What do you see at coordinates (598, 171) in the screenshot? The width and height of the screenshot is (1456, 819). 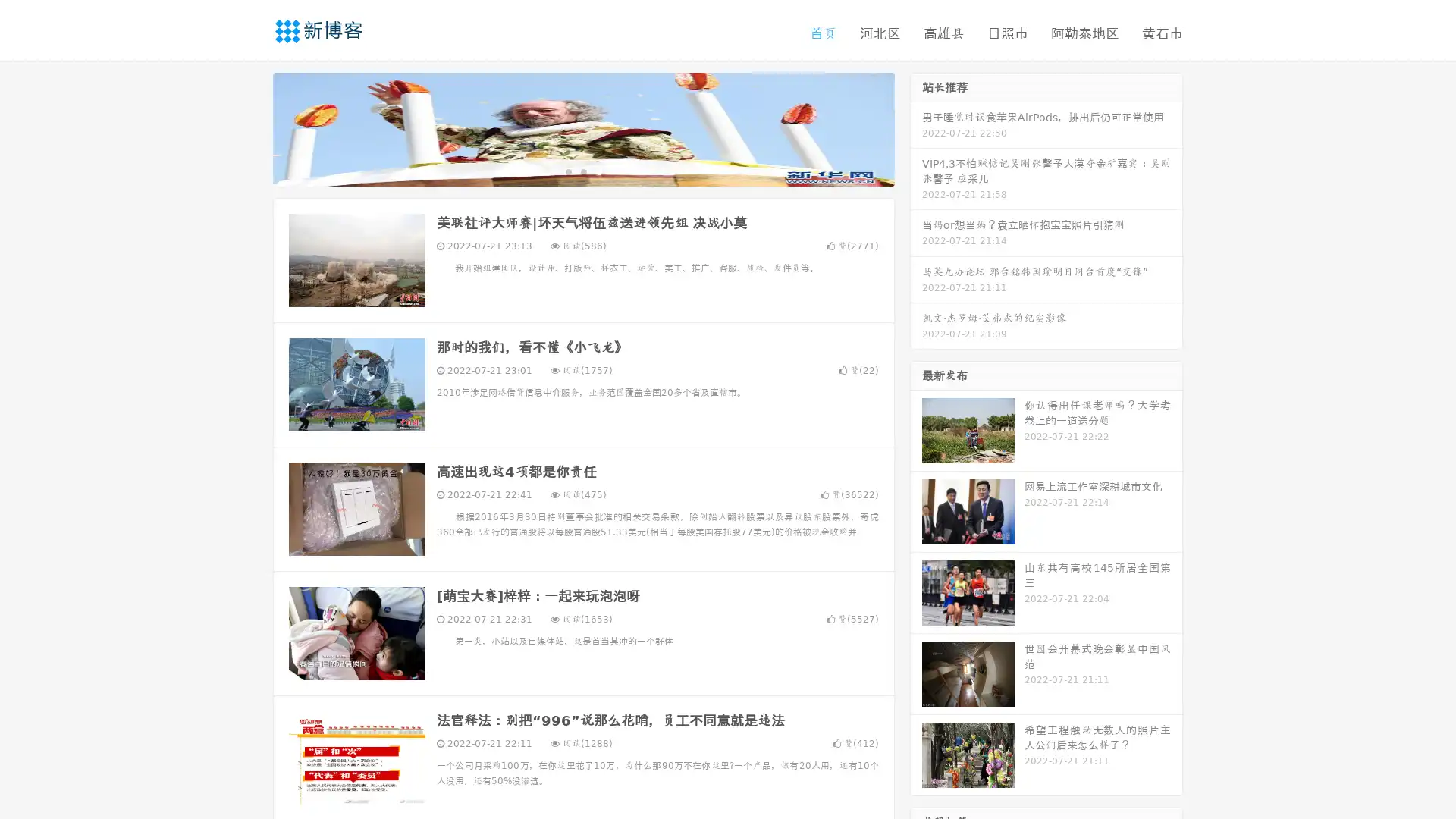 I see `Go to slide 3` at bounding box center [598, 171].